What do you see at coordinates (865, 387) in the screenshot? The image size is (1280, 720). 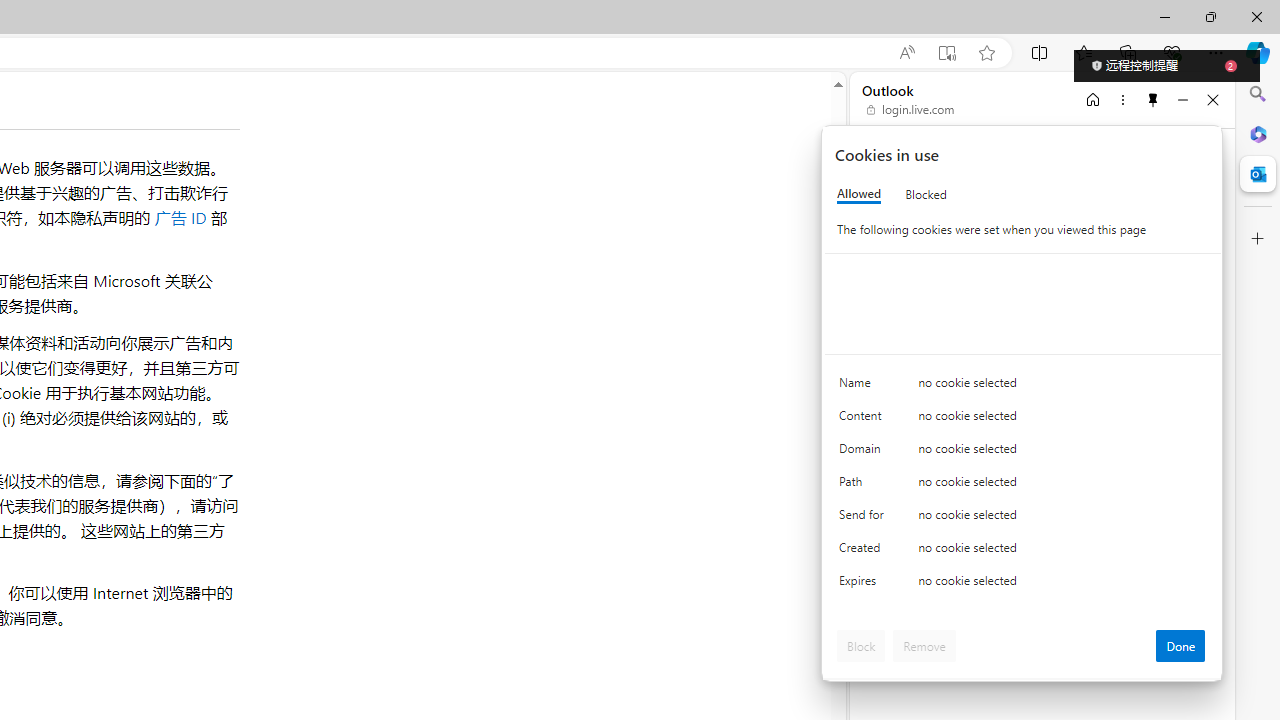 I see `'Name'` at bounding box center [865, 387].